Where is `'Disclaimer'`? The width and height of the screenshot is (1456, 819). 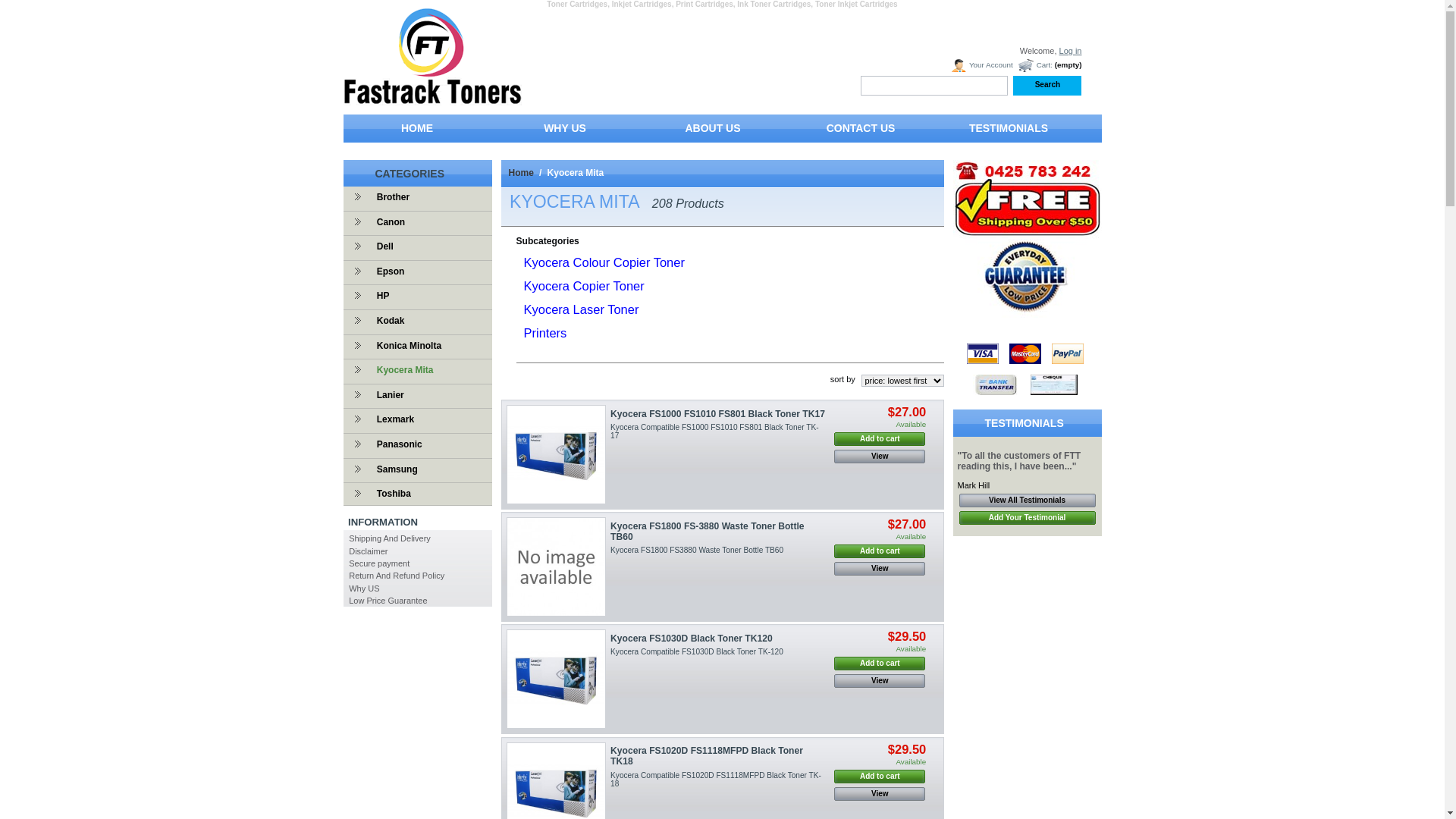
'Disclaimer' is located at coordinates (368, 551).